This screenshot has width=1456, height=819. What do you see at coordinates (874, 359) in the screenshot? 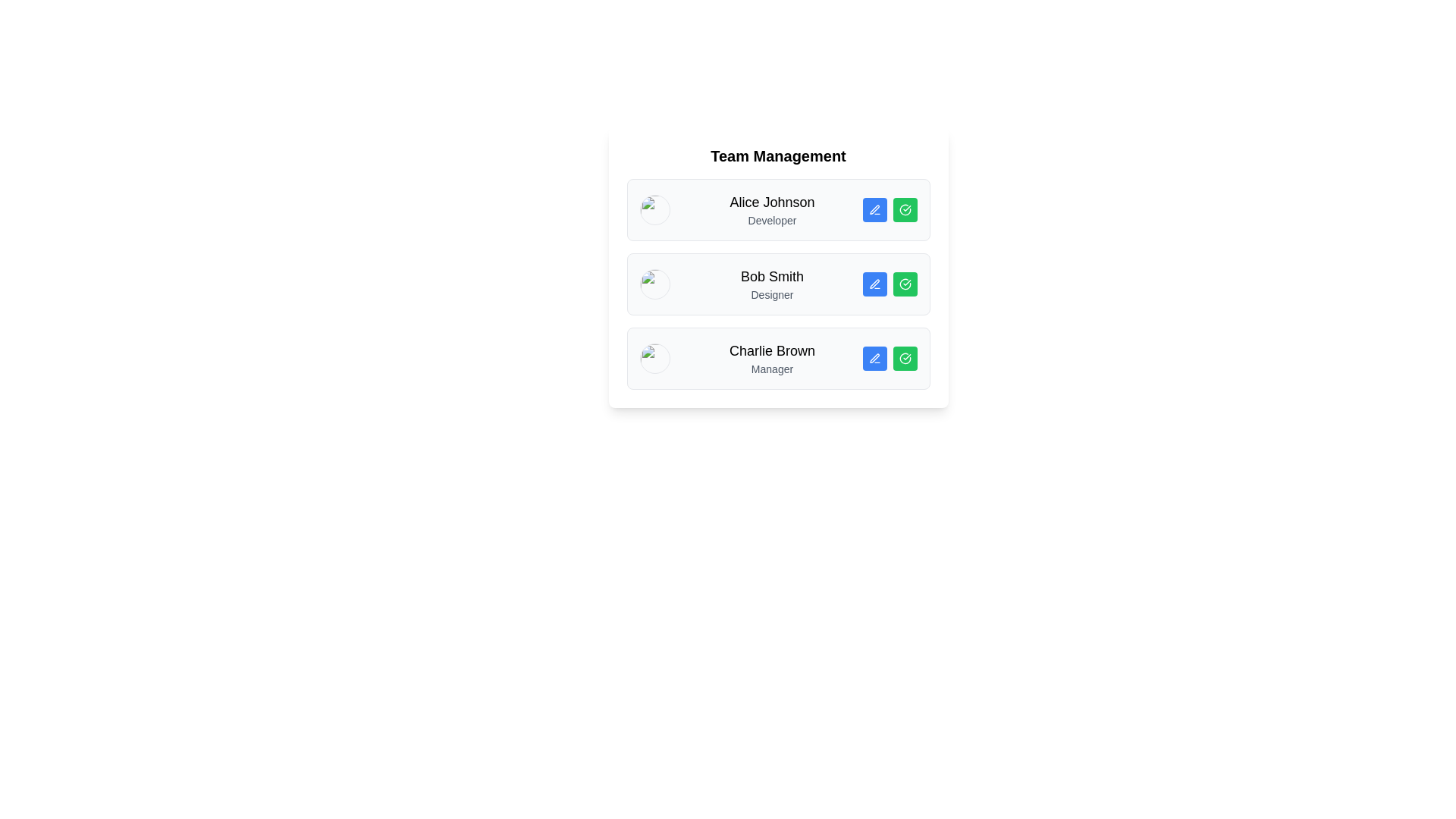
I see `the edit Icon Button located in the second slot of action buttons on the right within the panel of 'Charlie Brown'` at bounding box center [874, 359].